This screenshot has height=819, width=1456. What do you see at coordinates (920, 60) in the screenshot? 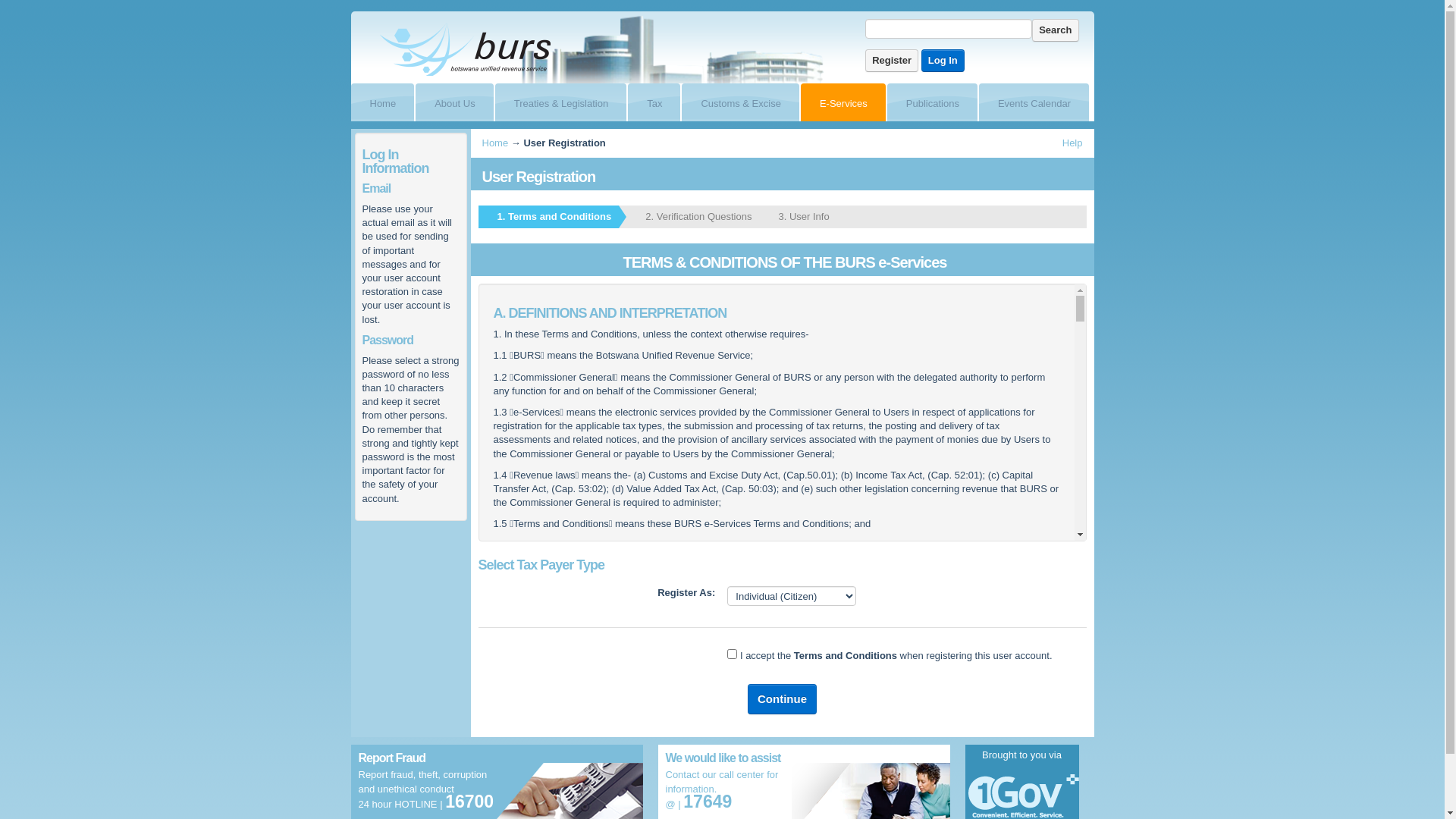
I see `'Log In'` at bounding box center [920, 60].